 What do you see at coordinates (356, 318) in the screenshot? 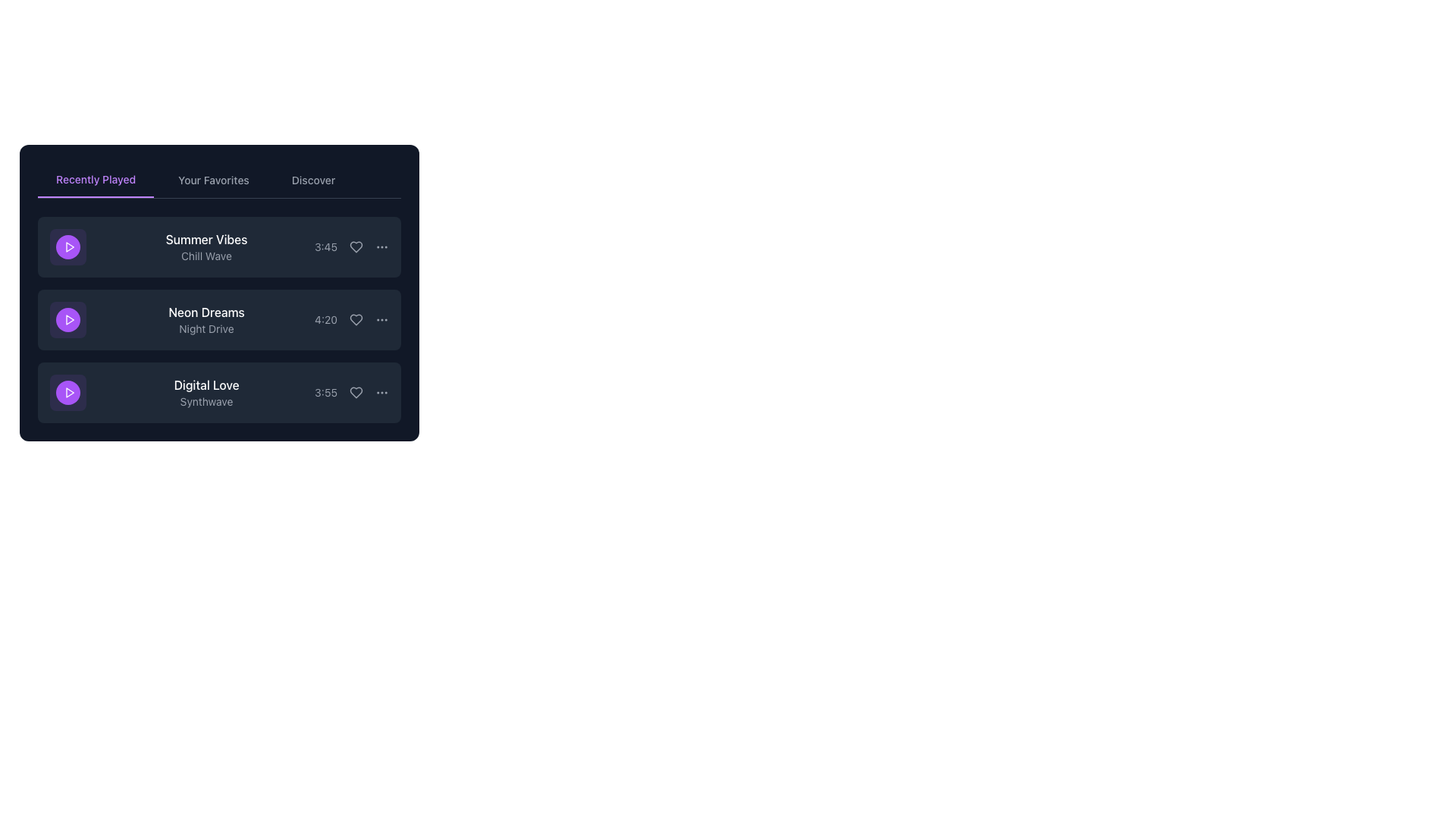
I see `the favorite toggle icon button located to the far right of the timestamp ('4:20') in the second row of the media list` at bounding box center [356, 318].